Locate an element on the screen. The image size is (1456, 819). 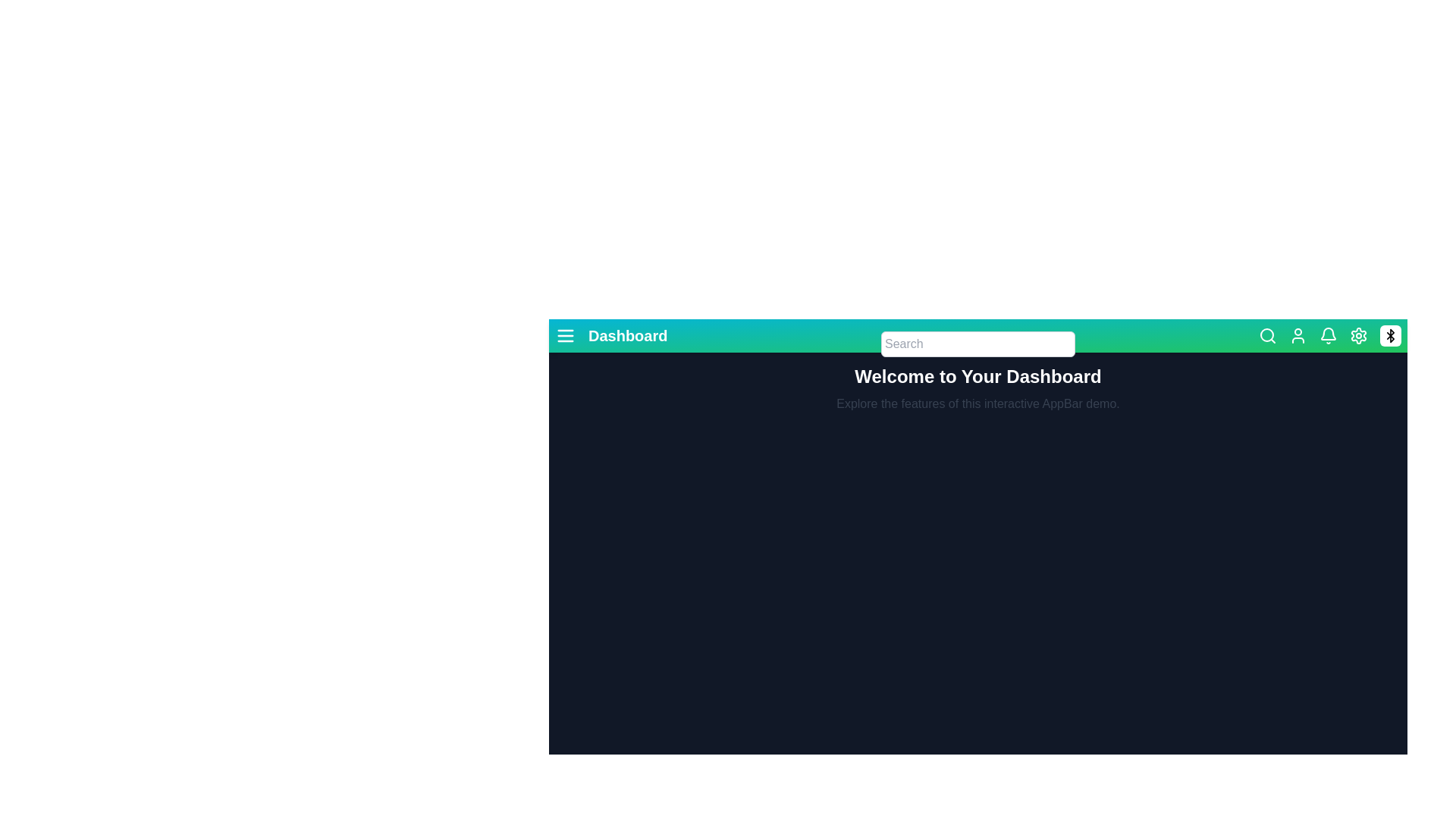
the search icon to toggle the visibility of the search bar is located at coordinates (1267, 335).